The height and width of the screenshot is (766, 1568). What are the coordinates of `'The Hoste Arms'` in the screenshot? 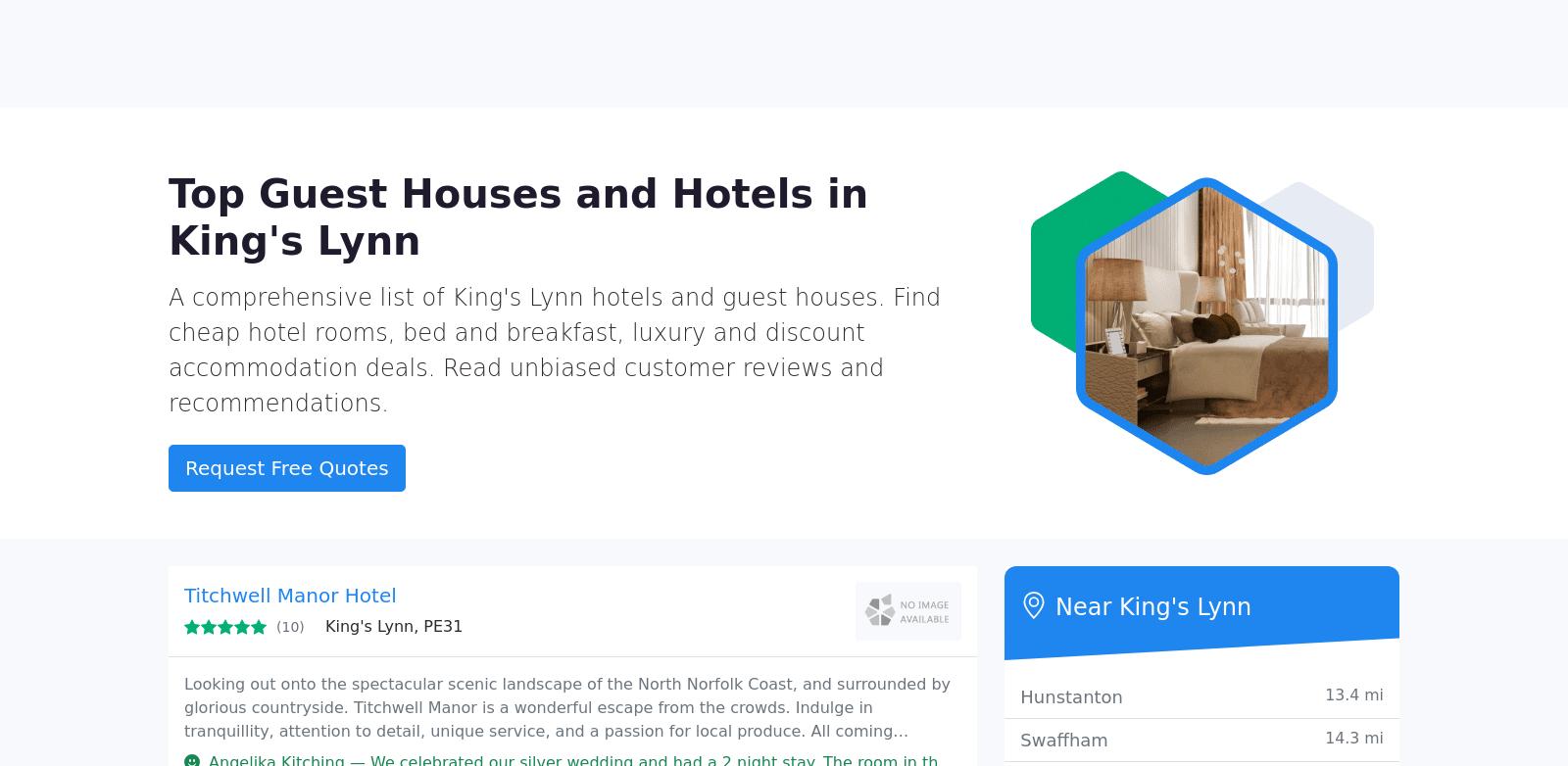 It's located at (262, 297).